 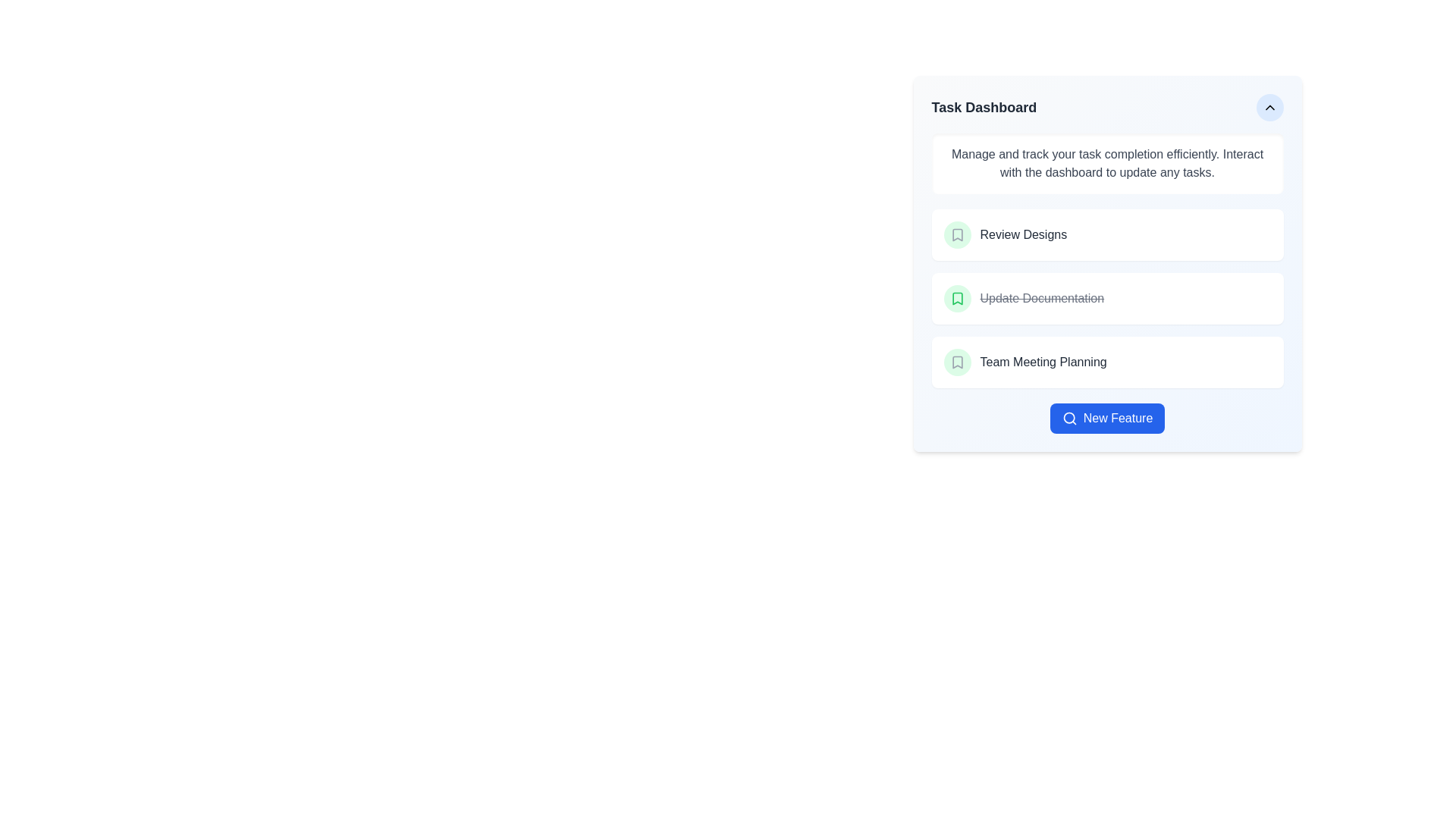 What do you see at coordinates (1041, 298) in the screenshot?
I see `the completed task text label, which is visually indicated by a strikethrough style, located between 'Review Designs' and 'Team Meeting Planning' in the task overview list` at bounding box center [1041, 298].